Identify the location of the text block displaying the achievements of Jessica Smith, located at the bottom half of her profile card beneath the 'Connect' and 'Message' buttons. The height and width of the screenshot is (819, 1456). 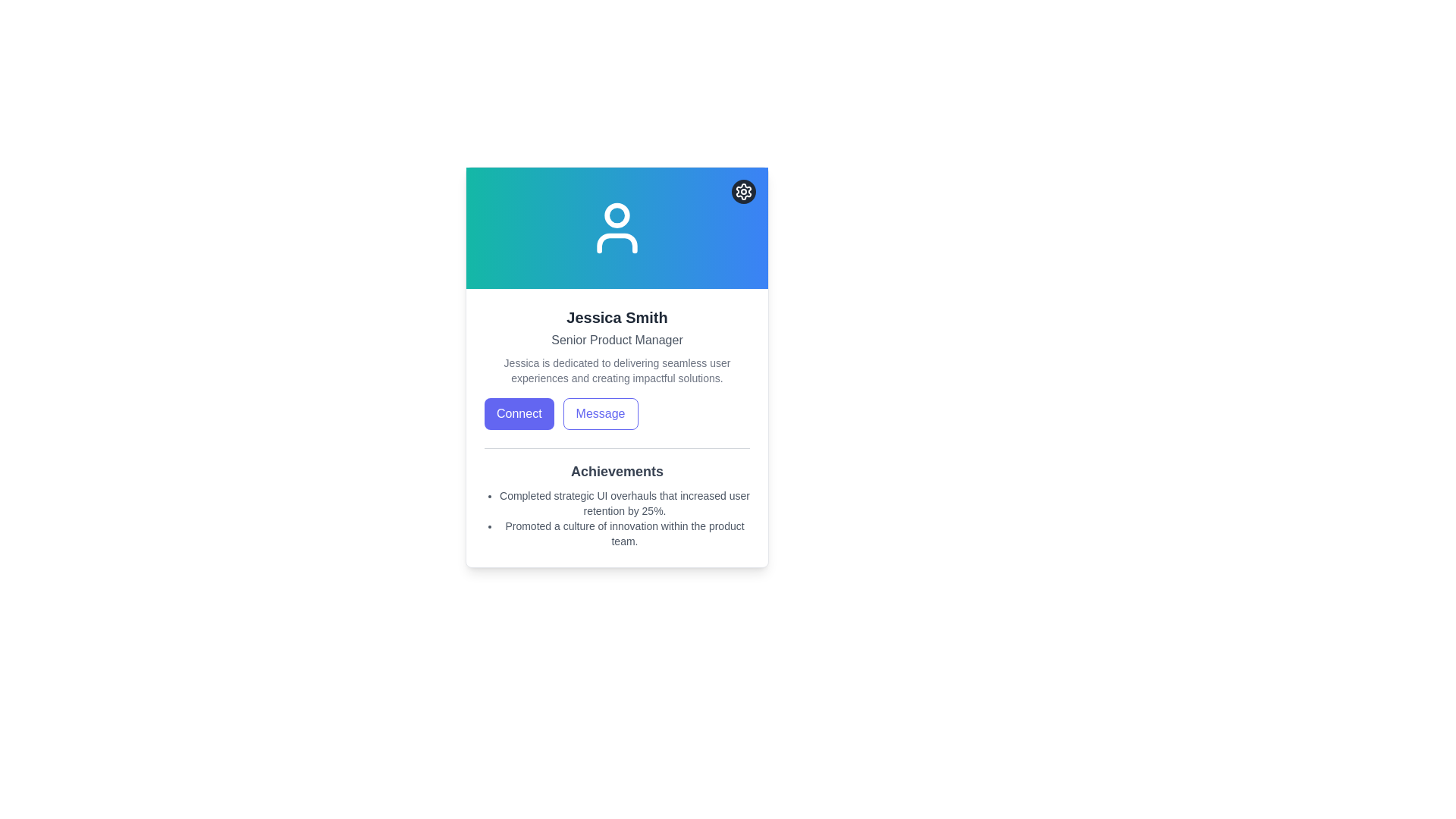
(617, 498).